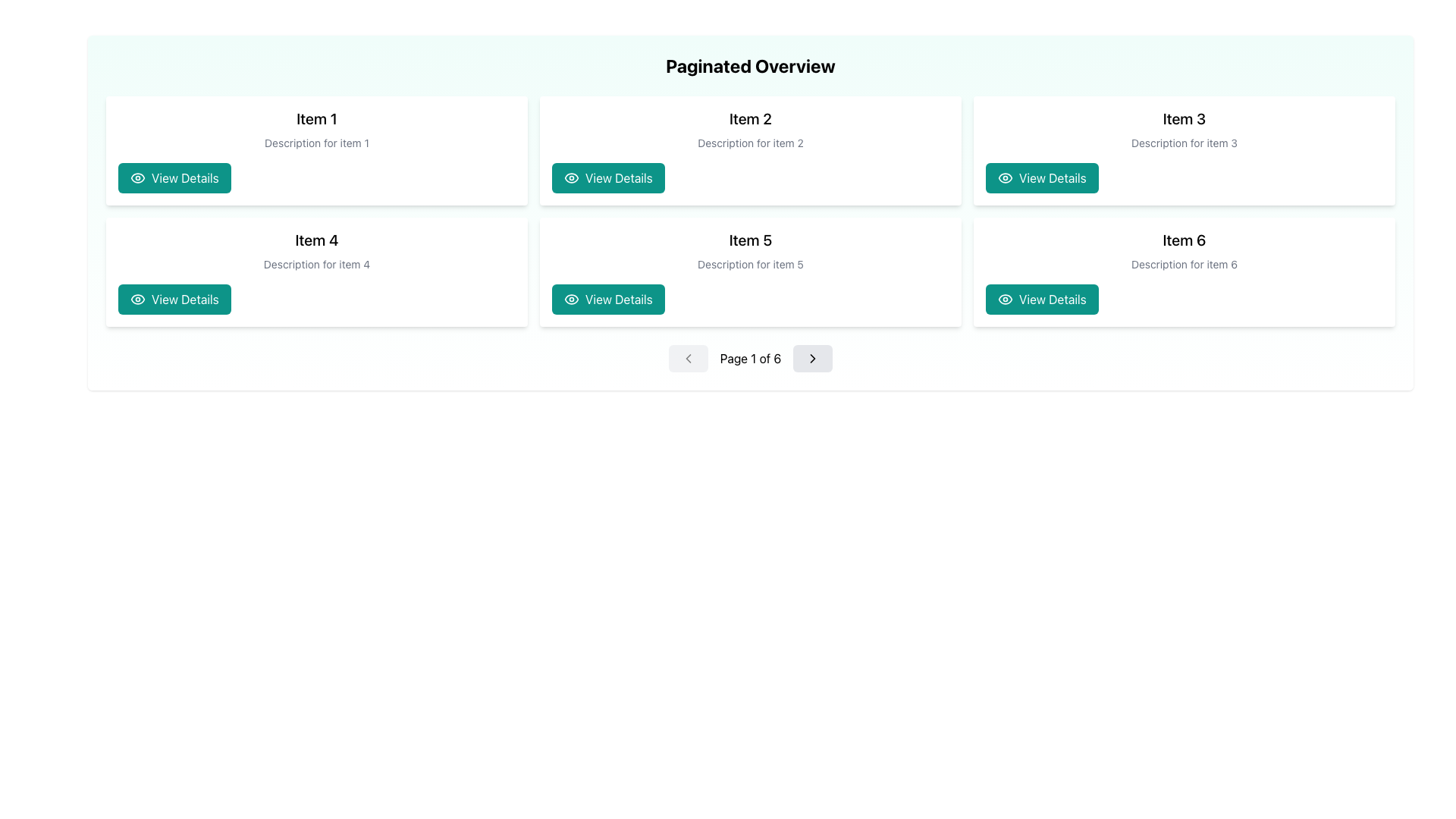 Image resolution: width=1456 pixels, height=819 pixels. Describe the element at coordinates (750, 239) in the screenshot. I see `the main title text label identifying it as 'Item 5', located in the center of the second row of a 2x3 grid layout` at that location.